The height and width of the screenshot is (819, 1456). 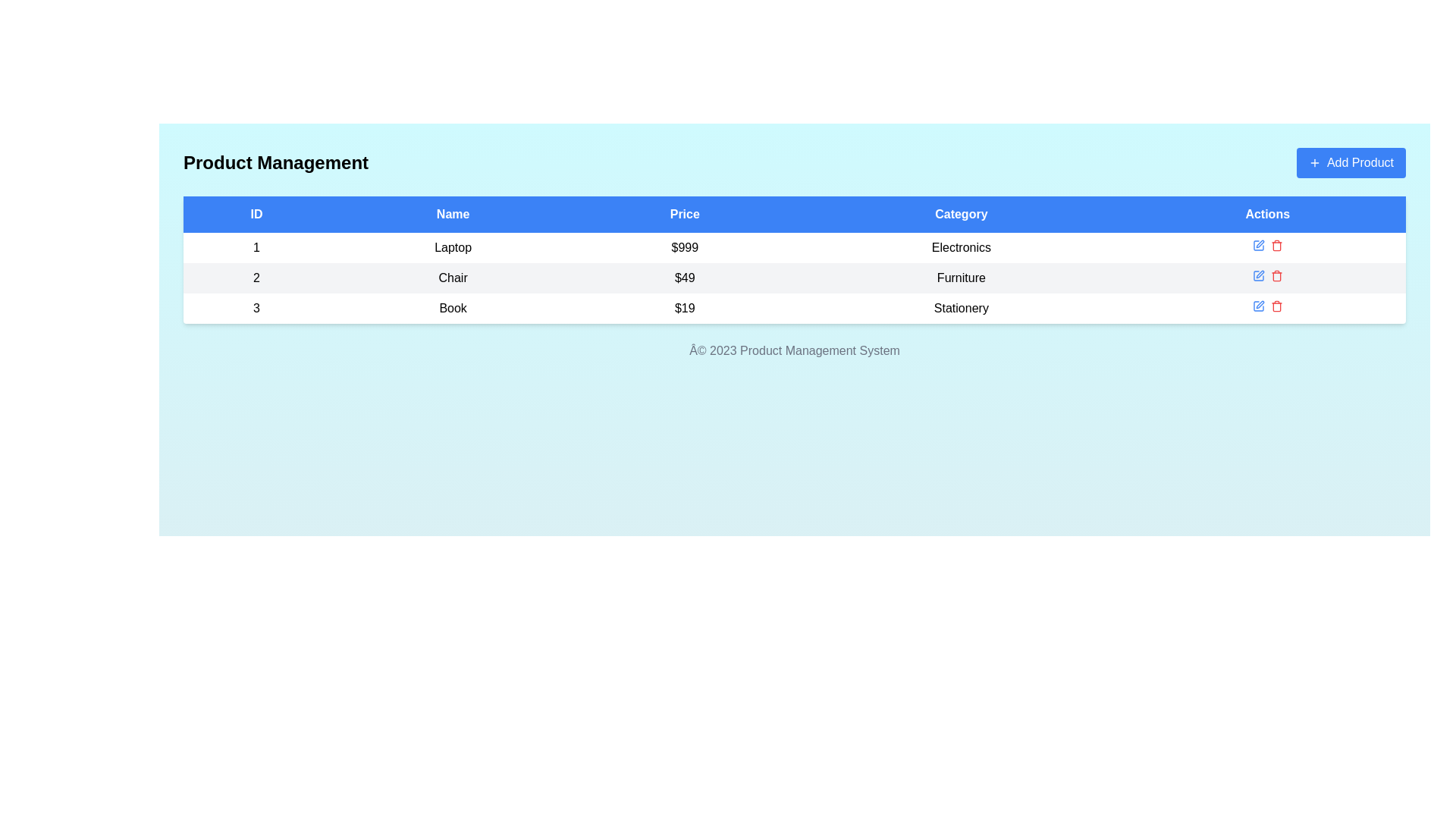 I want to click on the Text label displaying category information for the product in the fourth column of the third row of the table, which corresponds to item '3', so click(x=960, y=308).